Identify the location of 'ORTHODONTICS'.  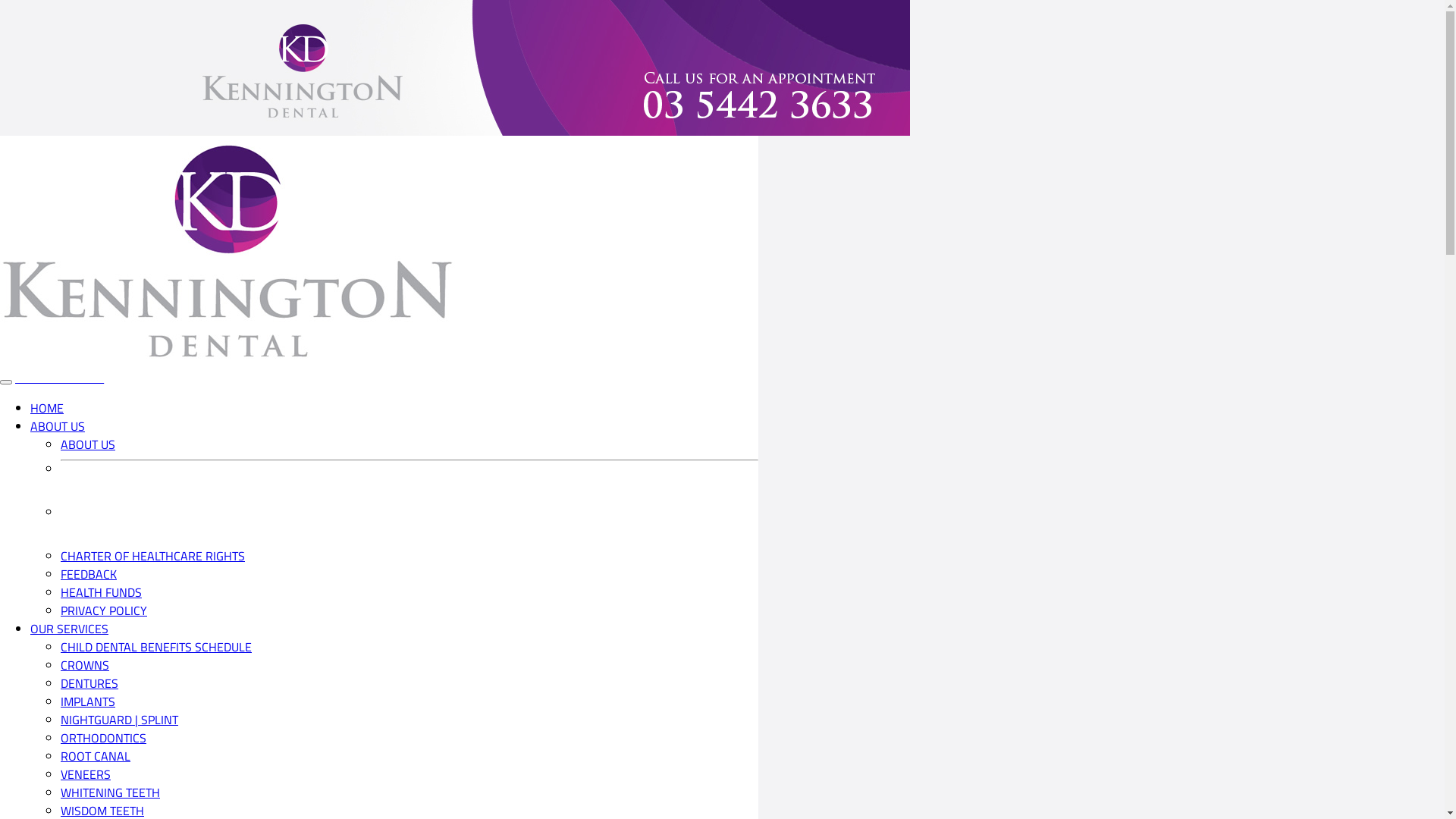
(61, 736).